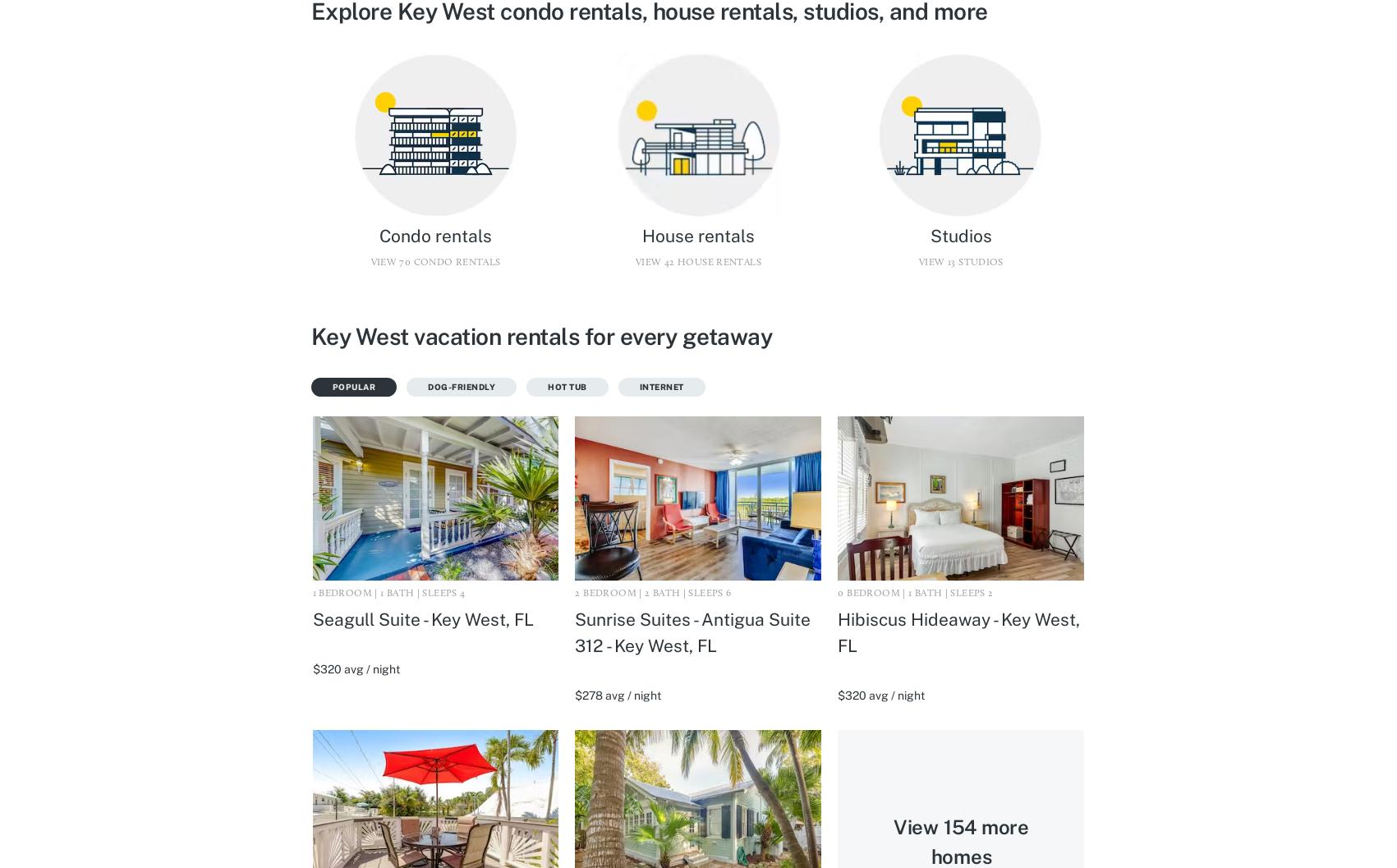 The image size is (1397, 868). I want to click on 'View 42 House rentals', so click(697, 262).